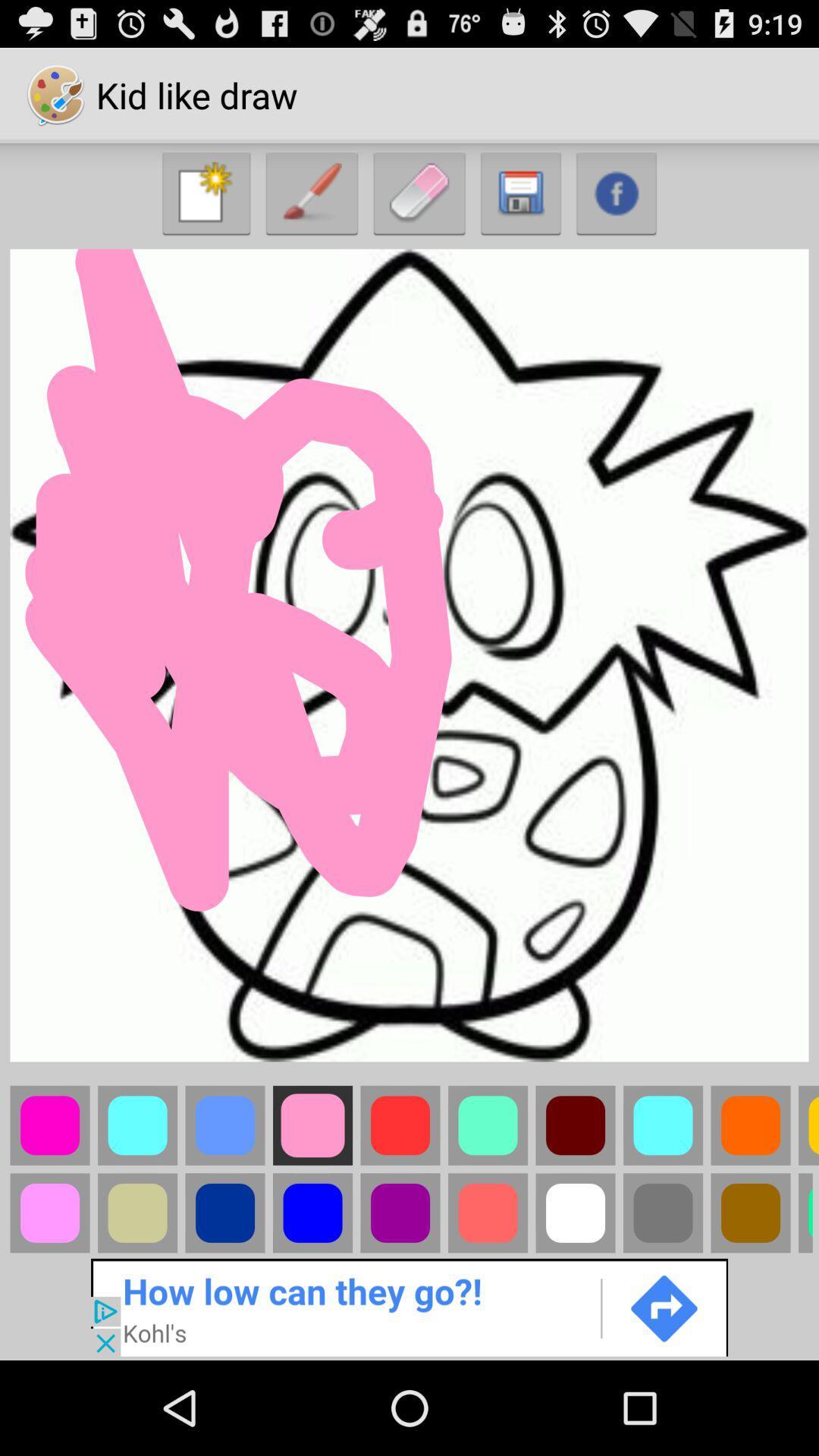  Describe the element at coordinates (206, 206) in the screenshot. I see `the launch icon` at that location.